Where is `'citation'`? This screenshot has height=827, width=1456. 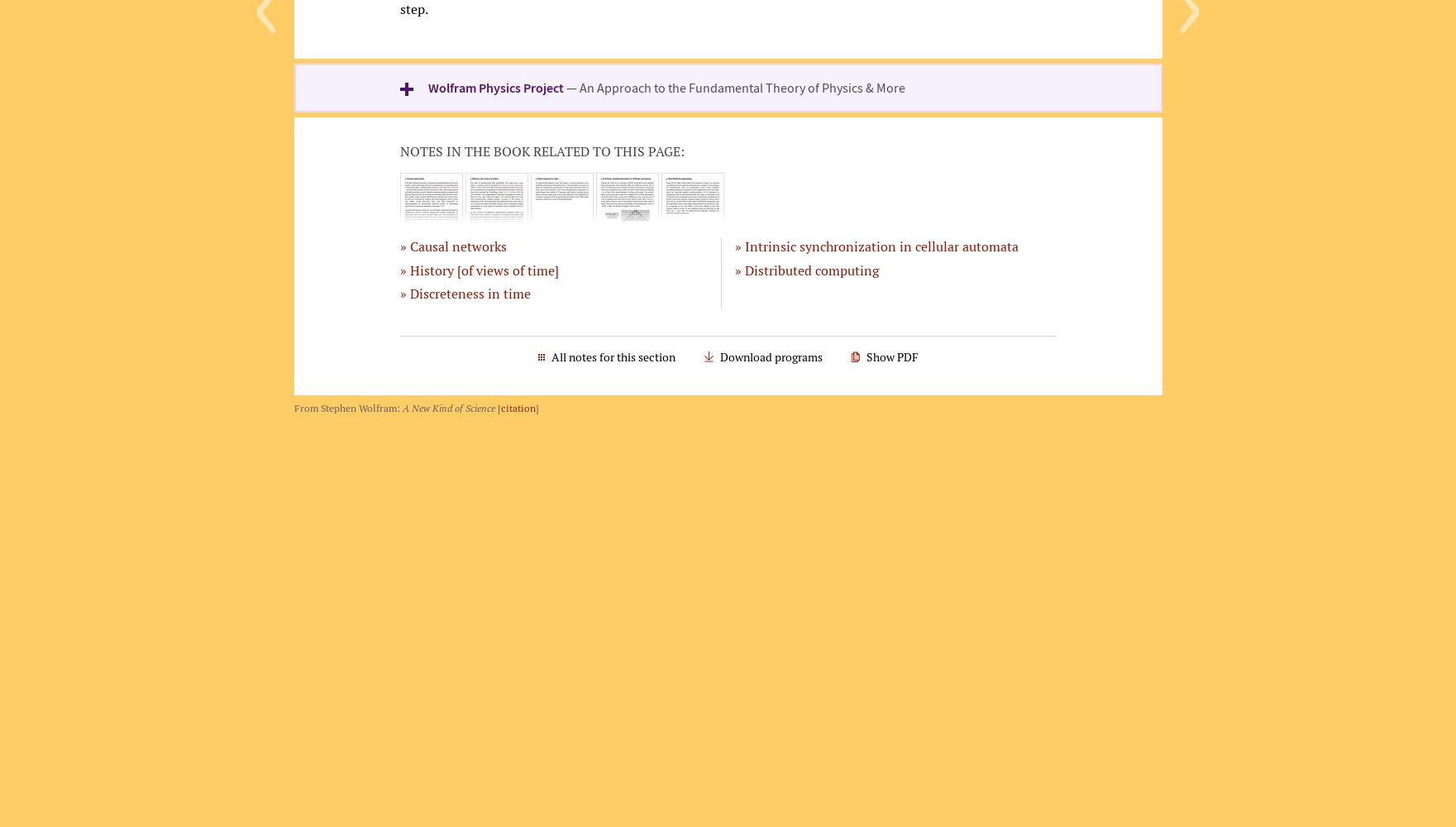
'citation' is located at coordinates (500, 406).